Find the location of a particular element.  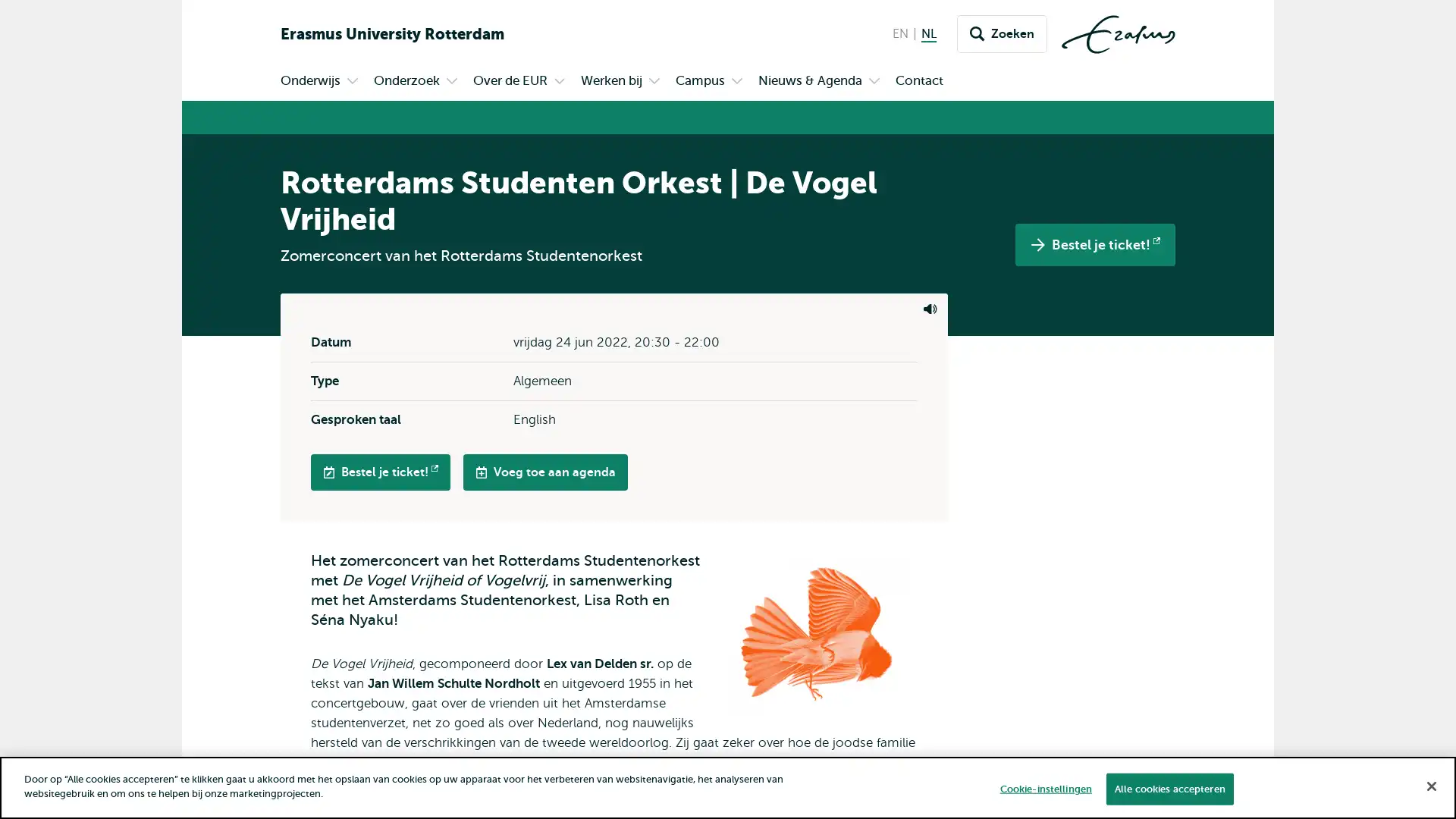

Cookie-instellingen is located at coordinates (1044, 788).